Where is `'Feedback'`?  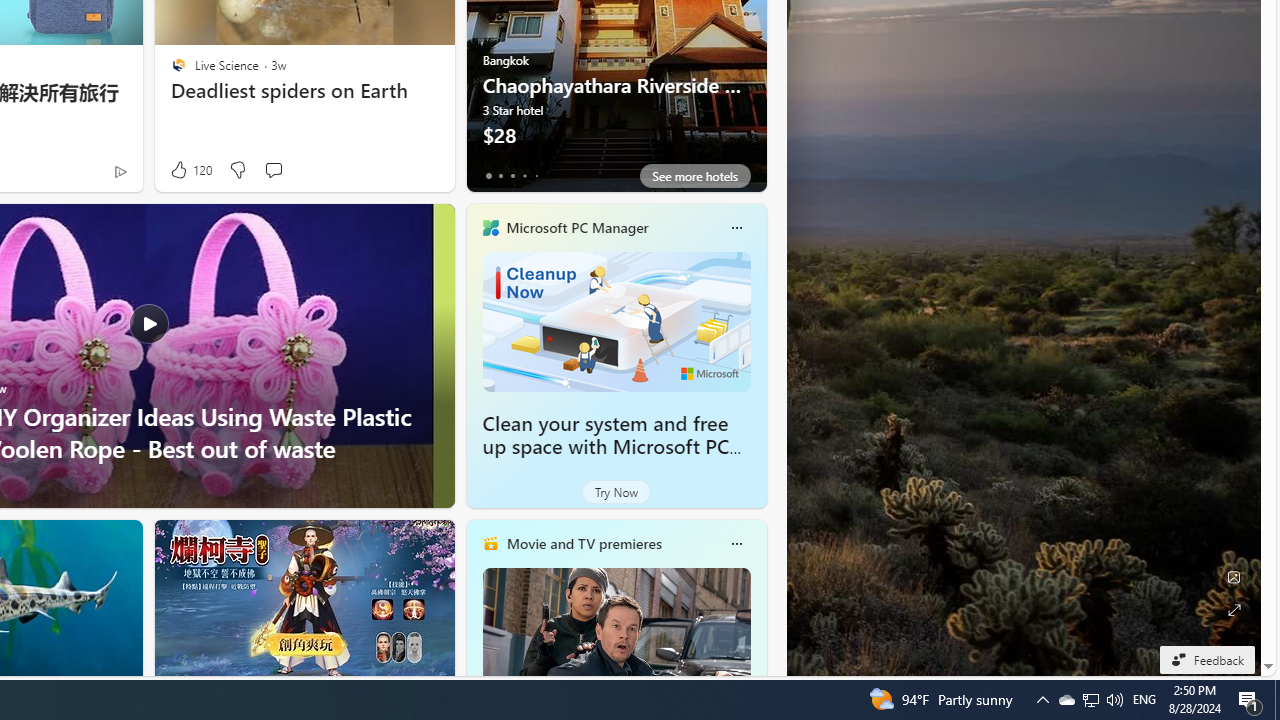
'Feedback' is located at coordinates (1205, 659).